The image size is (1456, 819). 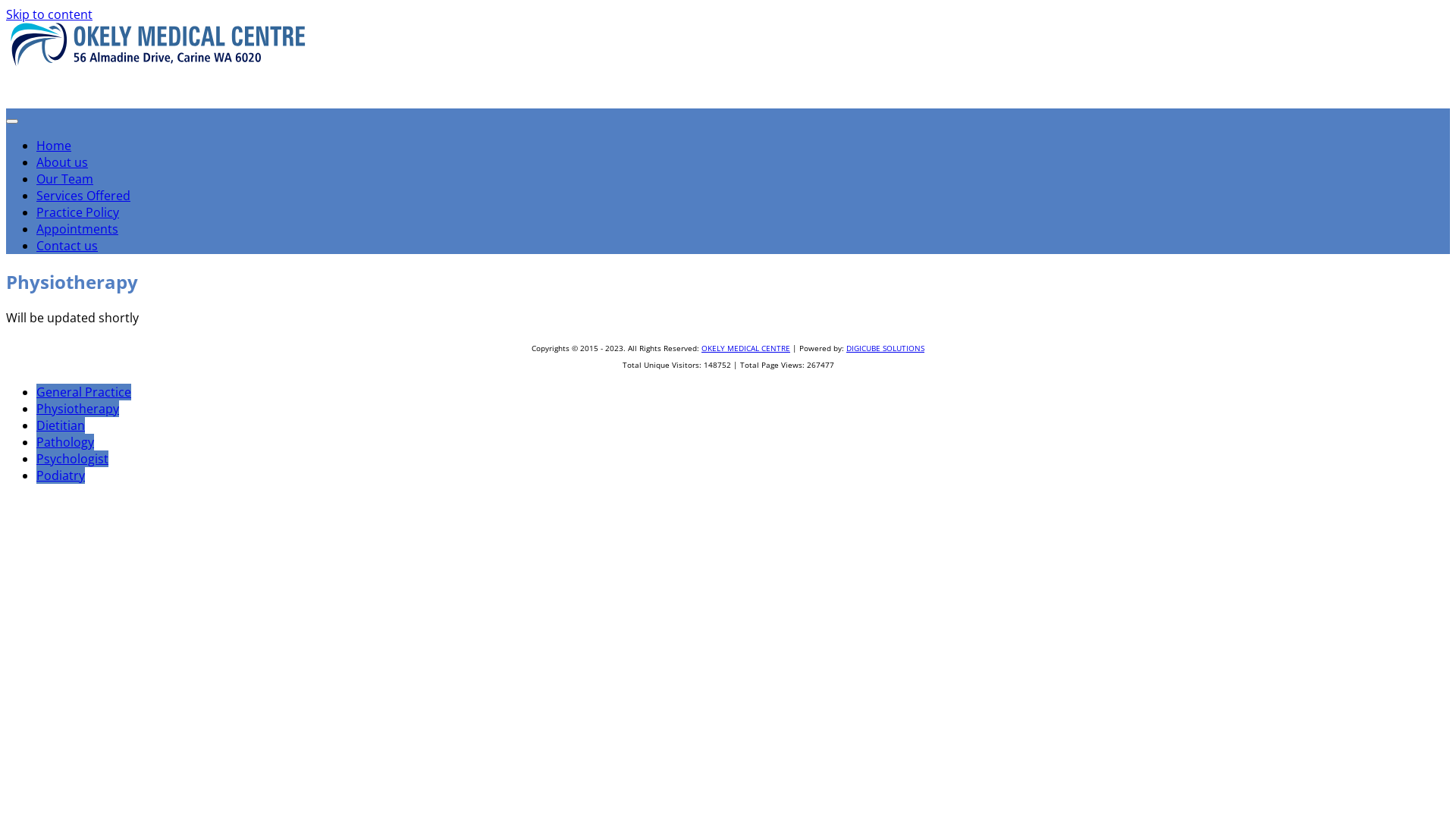 What do you see at coordinates (77, 408) in the screenshot?
I see `'Physiotherapy'` at bounding box center [77, 408].